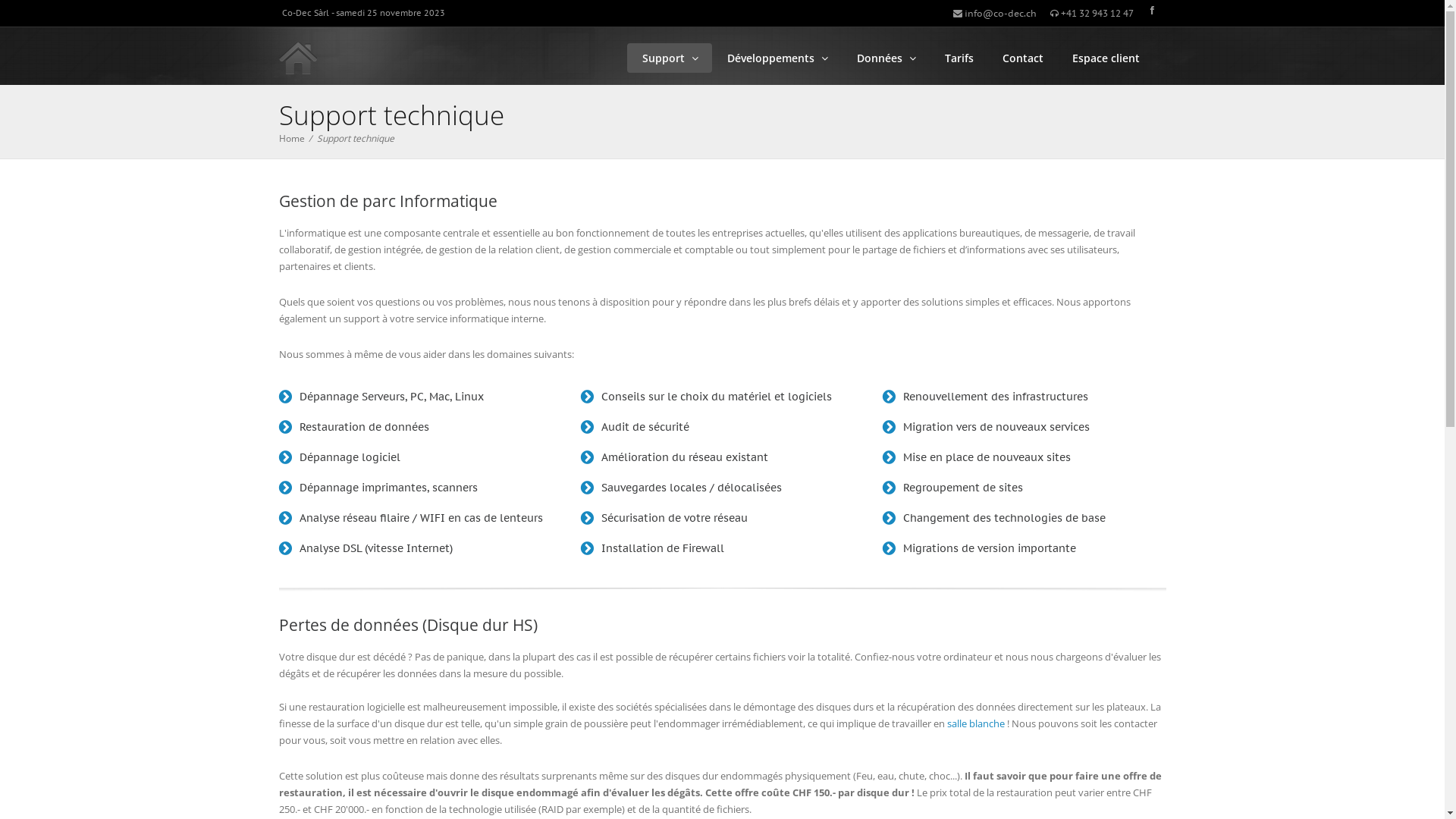  What do you see at coordinates (291, 138) in the screenshot?
I see `'Home'` at bounding box center [291, 138].